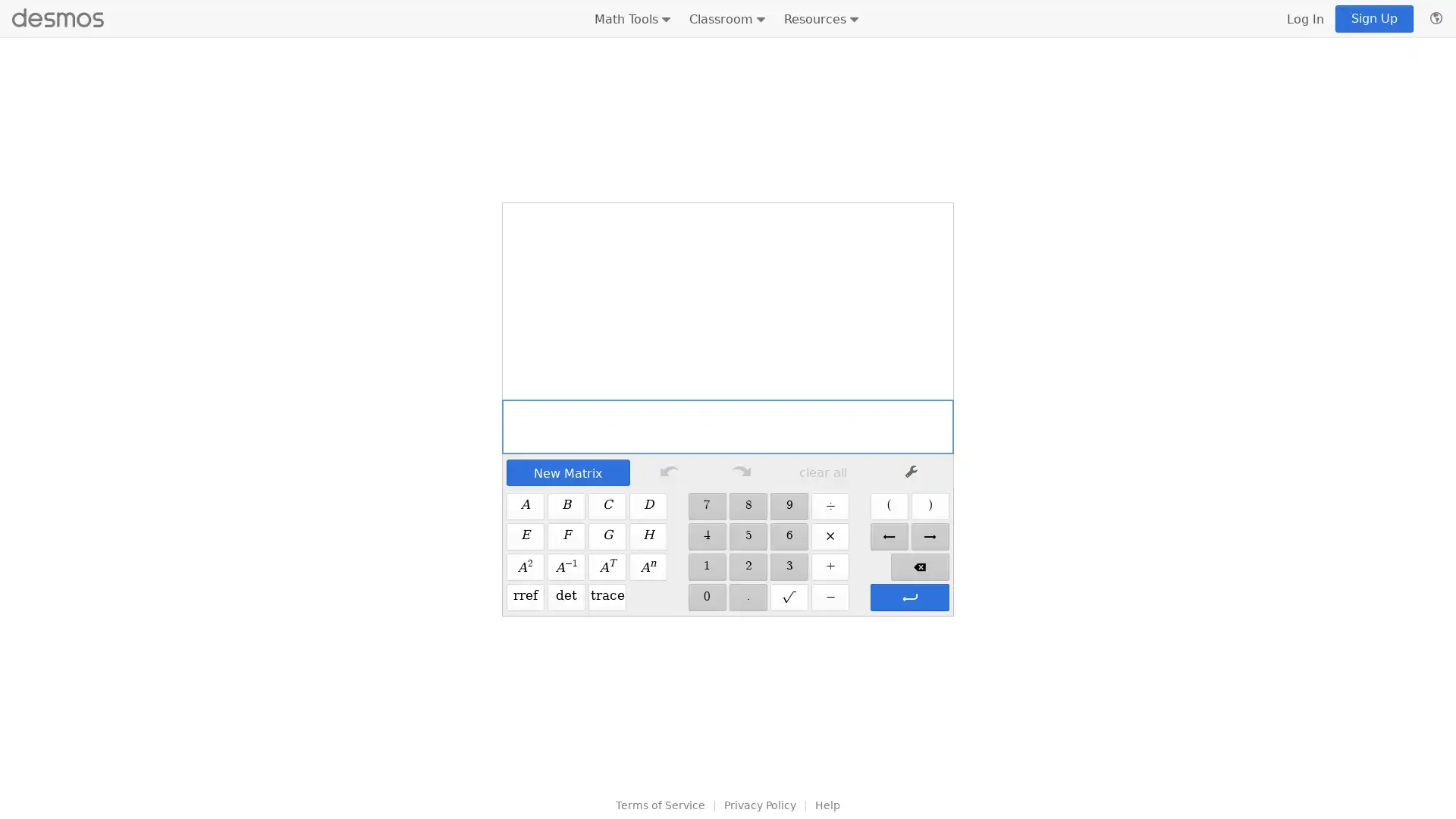 This screenshot has height=819, width=1456. I want to click on Inverse, so click(566, 567).